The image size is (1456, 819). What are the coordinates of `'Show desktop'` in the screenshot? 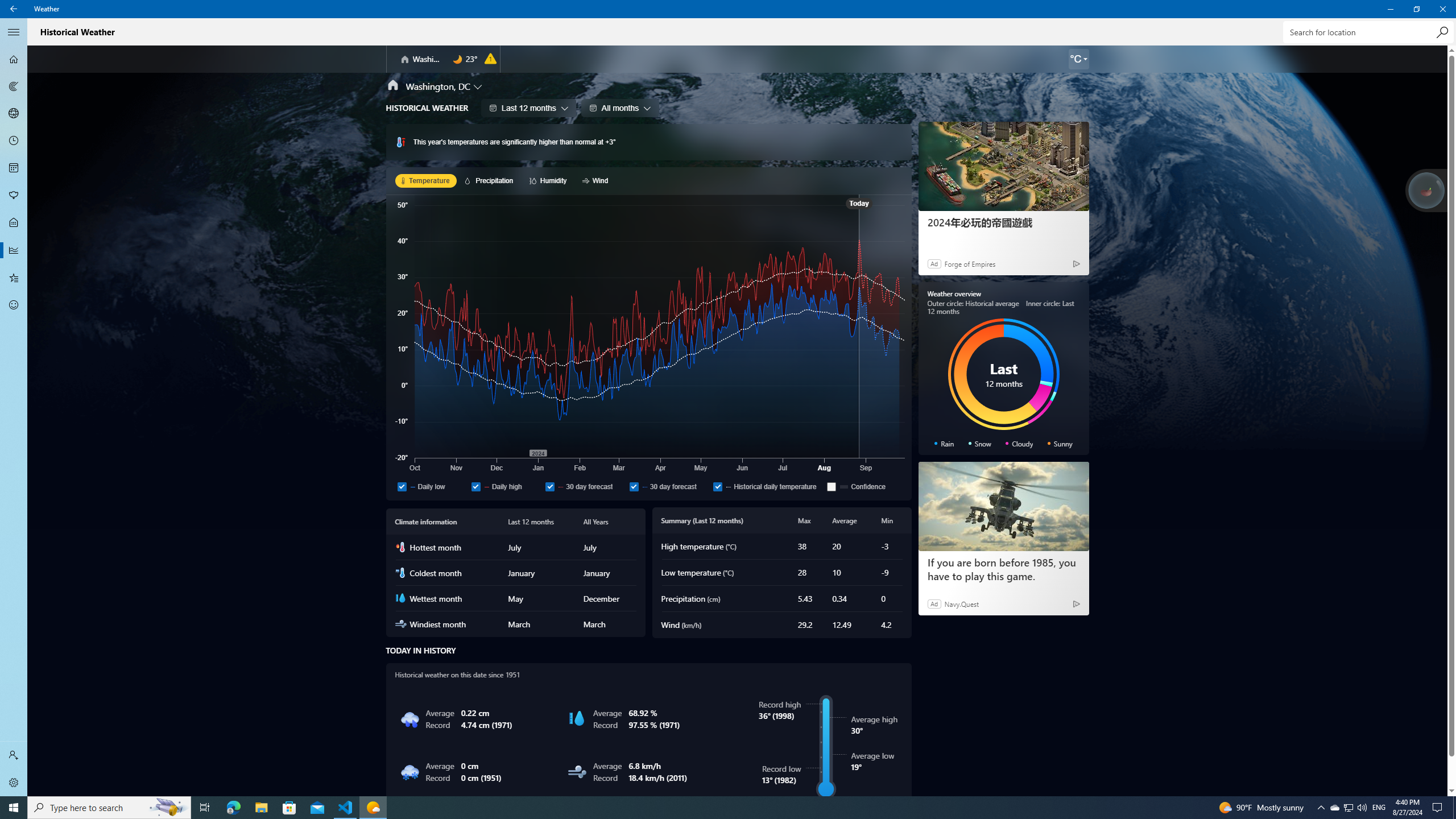 It's located at (1454, 806).